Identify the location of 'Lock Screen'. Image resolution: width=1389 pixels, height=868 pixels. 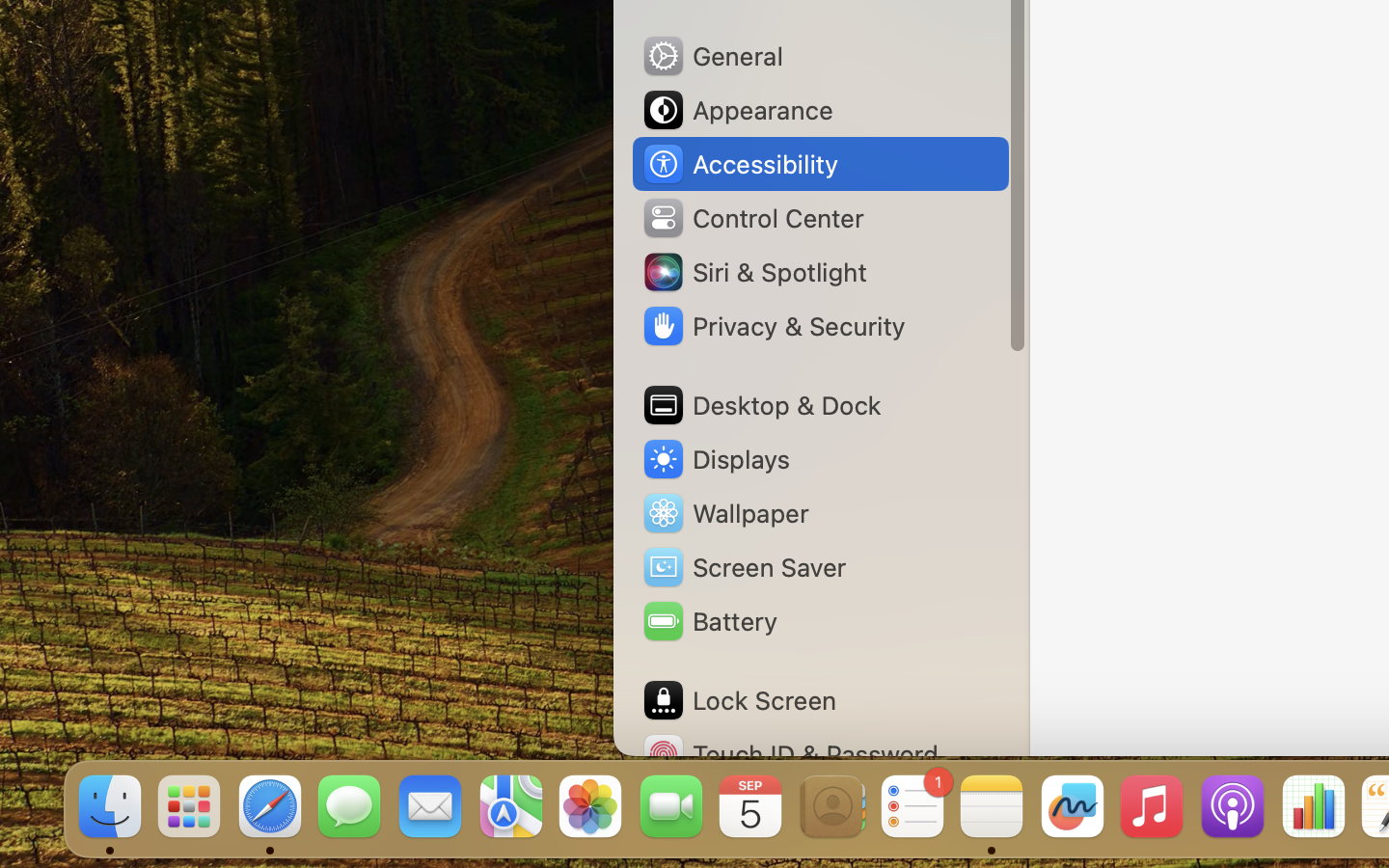
(737, 699).